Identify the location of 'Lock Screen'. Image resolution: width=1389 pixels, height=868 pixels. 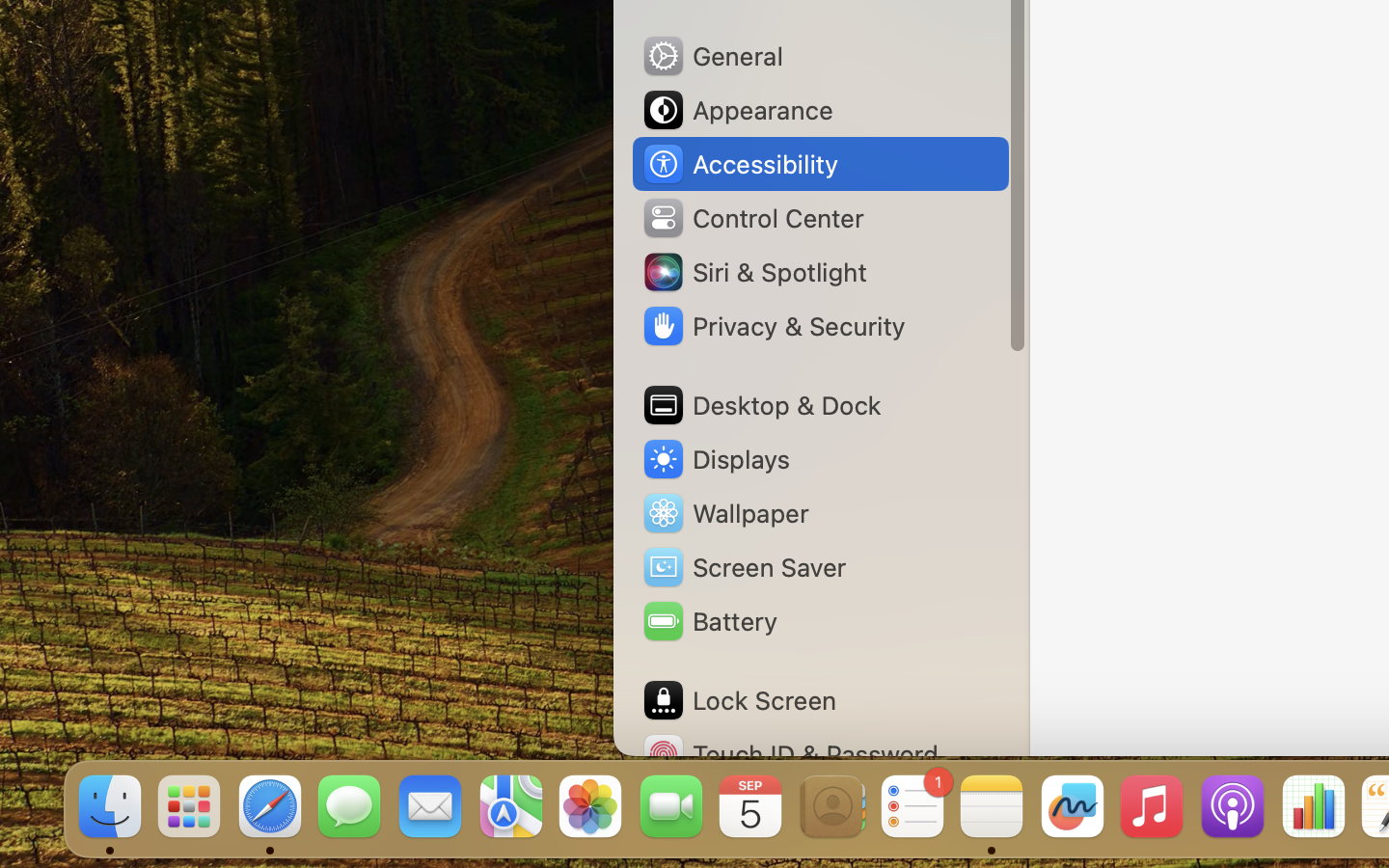
(737, 699).